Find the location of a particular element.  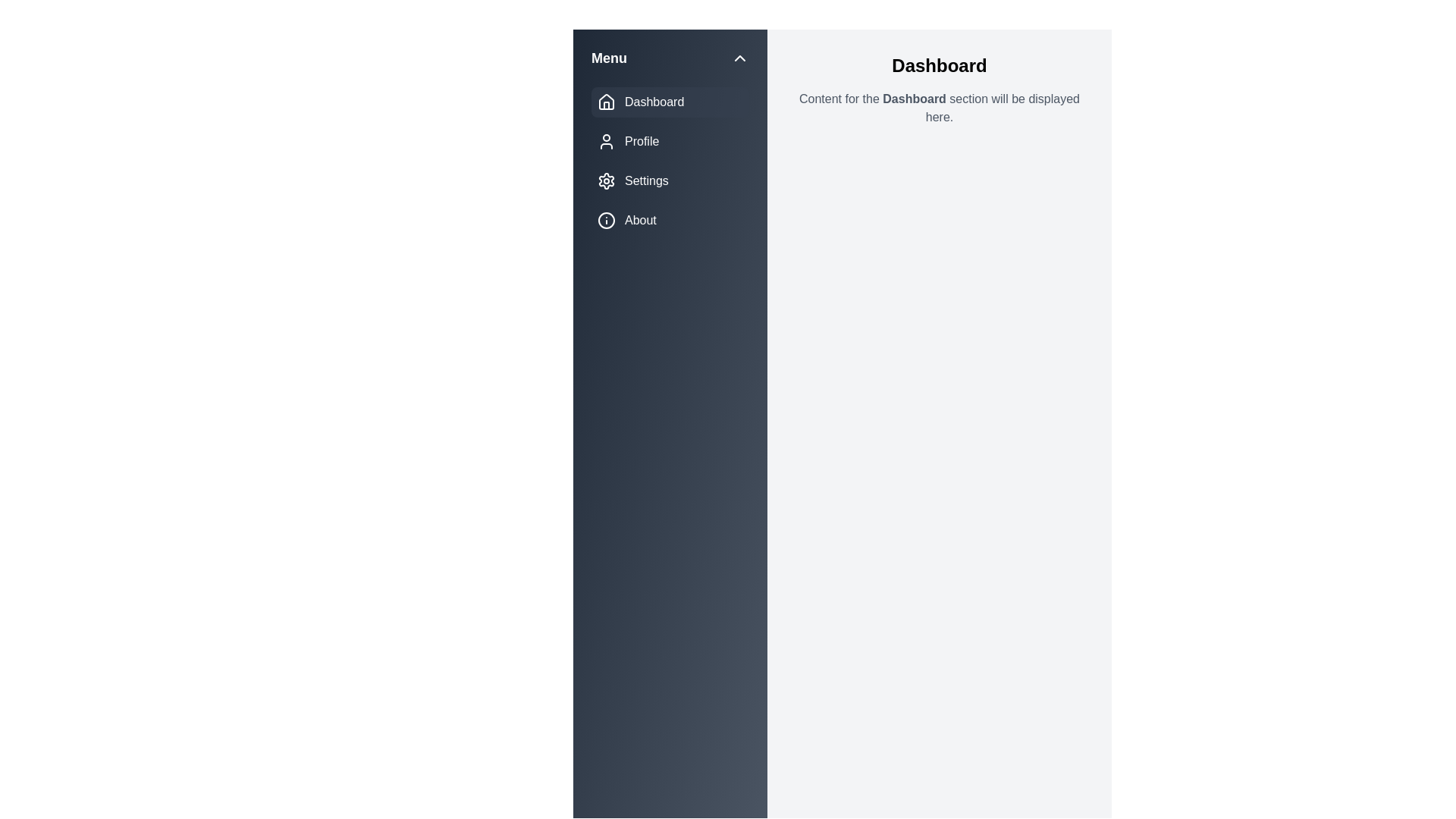

text content of the 'Dashboard' navigation label located in the left-hand sidebar, immediately to the right of the house icon is located at coordinates (654, 102).